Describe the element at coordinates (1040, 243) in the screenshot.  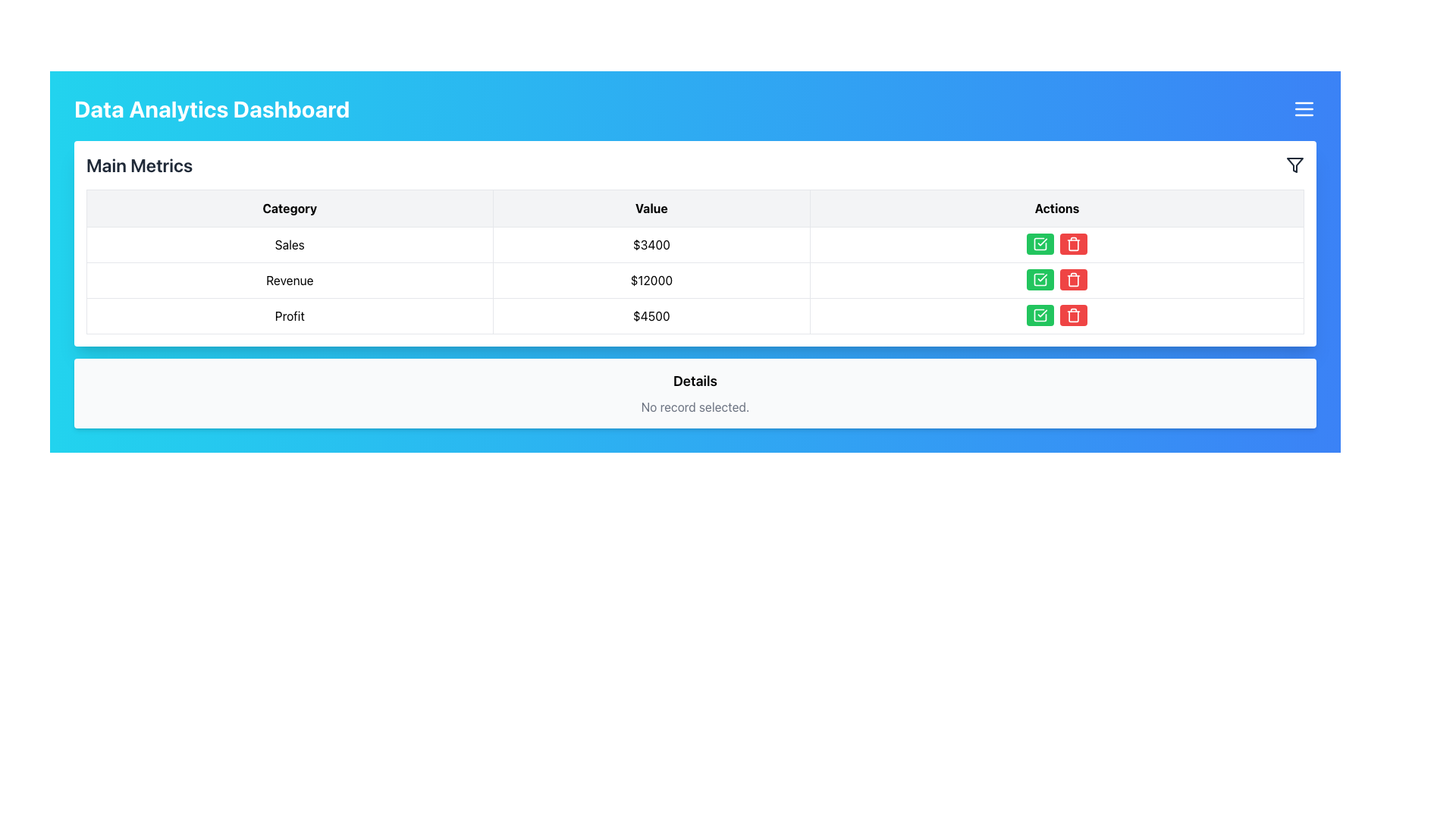
I see `the 'Validate' button located in the 'Actions' column of the first row of the table to approve the associated data row` at that location.